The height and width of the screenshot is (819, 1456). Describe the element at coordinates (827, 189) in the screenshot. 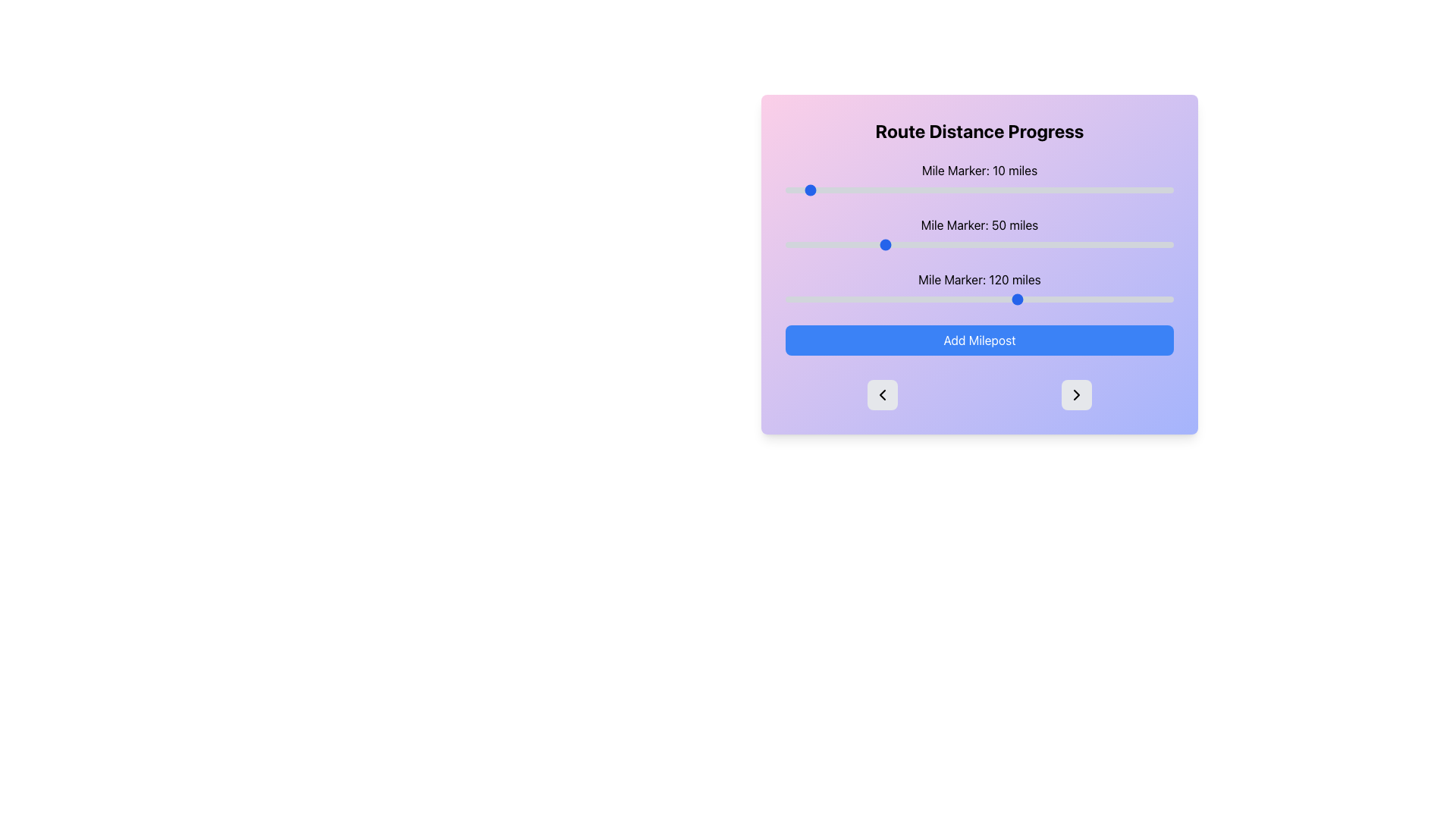

I see `the slider` at that location.